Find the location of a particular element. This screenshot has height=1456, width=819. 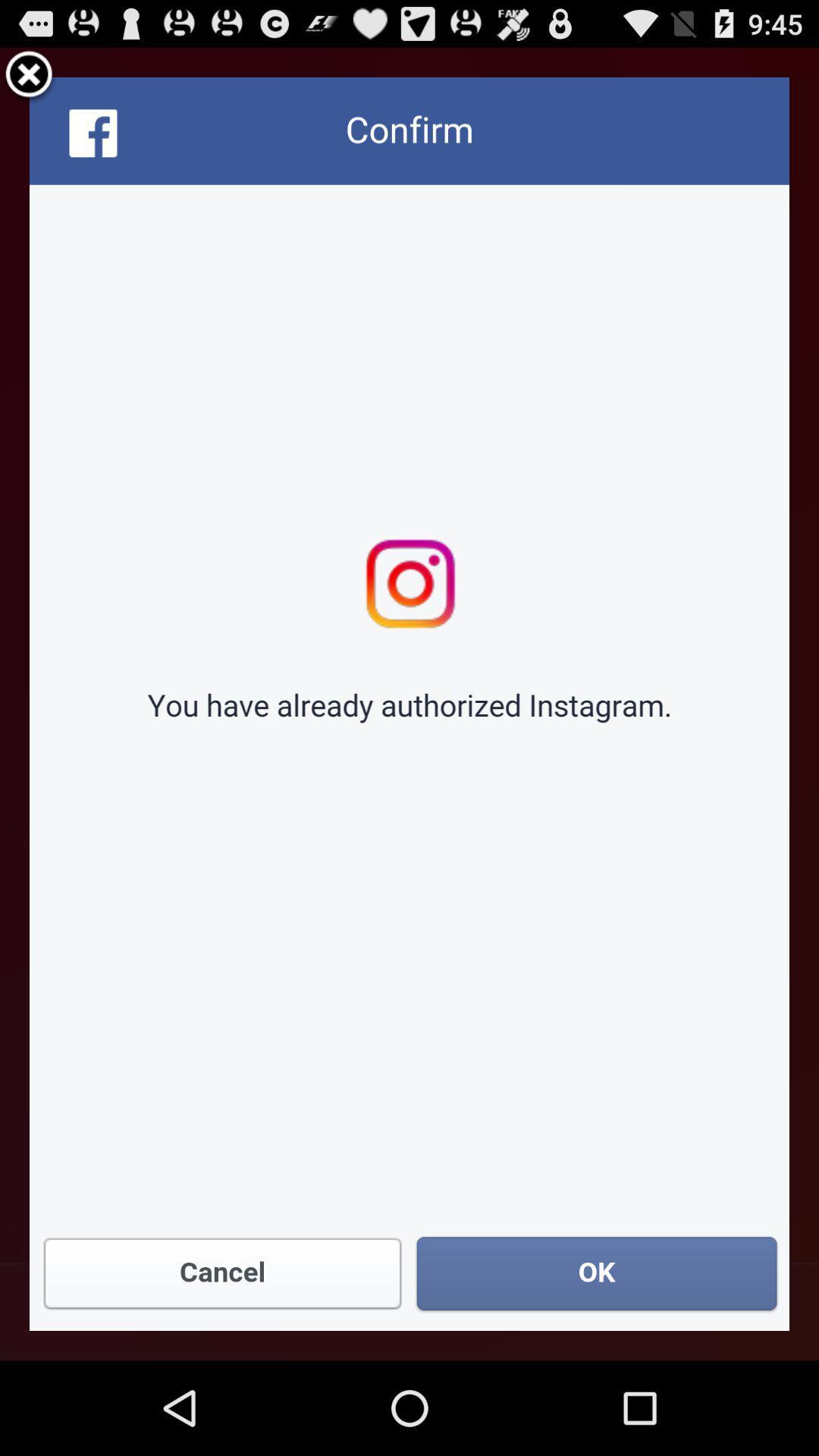

confirm window is located at coordinates (409, 703).